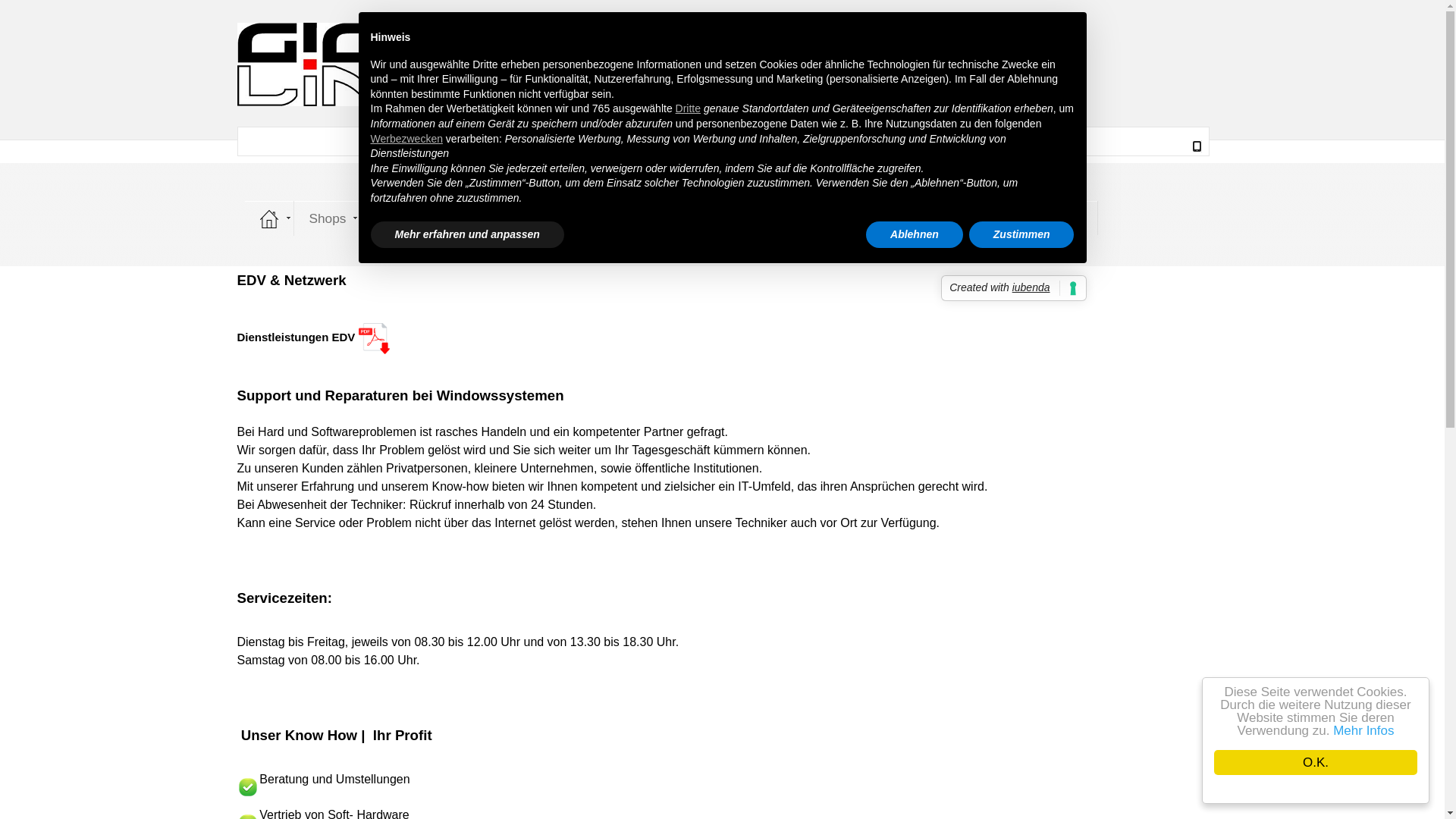 Image resolution: width=1456 pixels, height=819 pixels. I want to click on 'Ablehnen', so click(913, 234).